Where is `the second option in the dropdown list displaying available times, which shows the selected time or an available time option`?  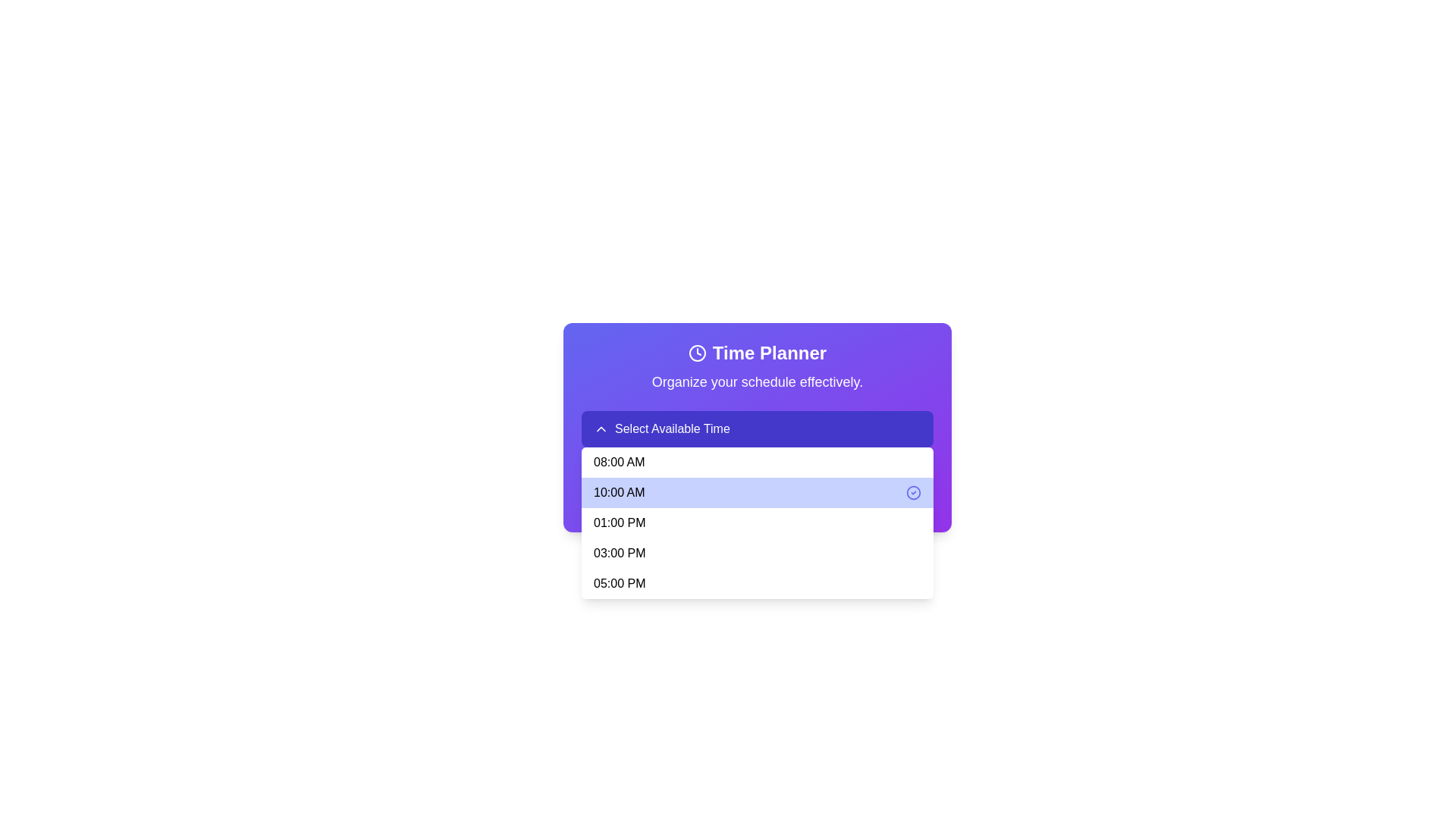 the second option in the dropdown list displaying available times, which shows the selected time or an available time option is located at coordinates (619, 493).